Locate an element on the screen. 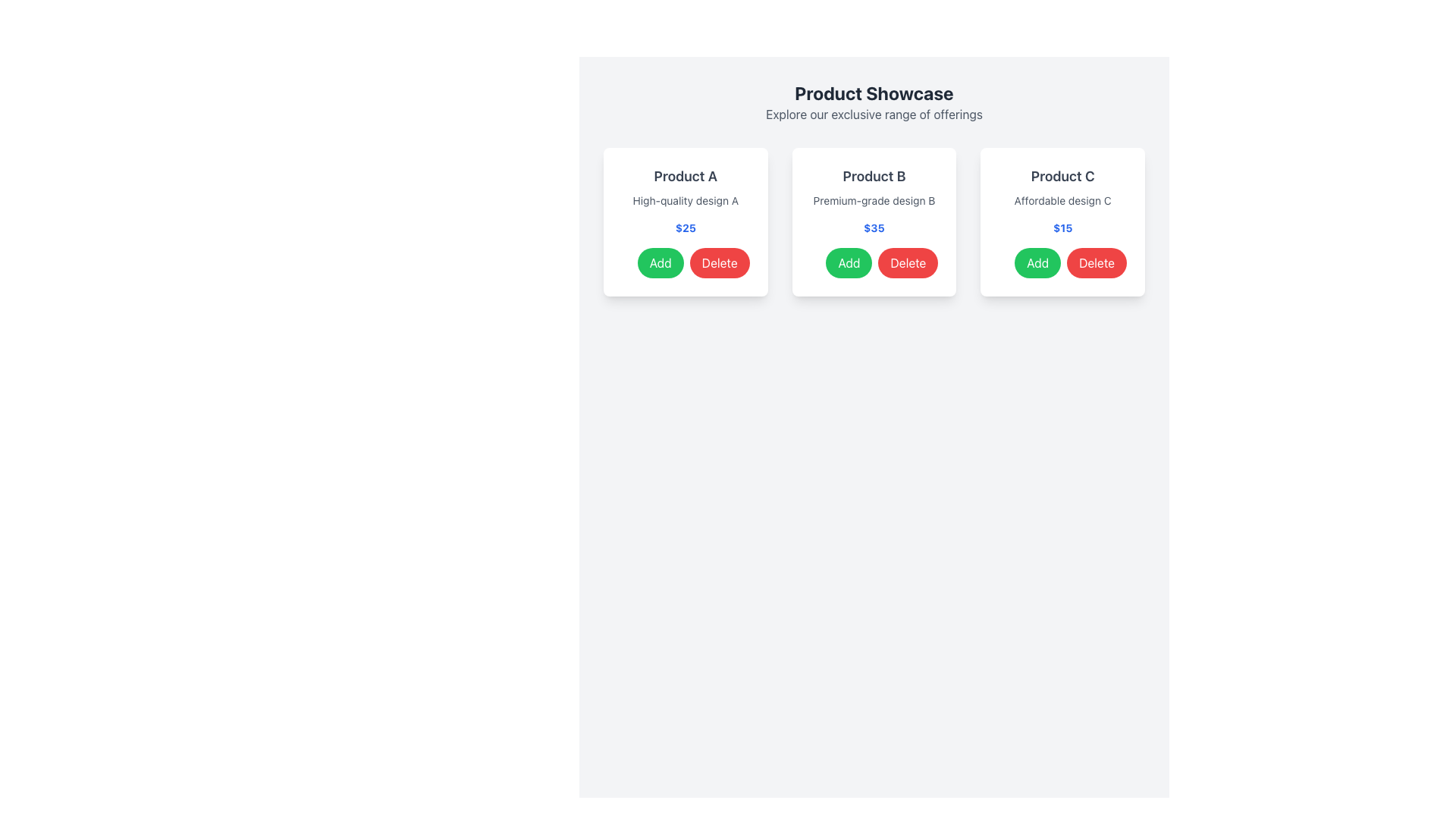 The image size is (1456, 819). the green 'Add' button with rounded ends is located at coordinates (660, 262).